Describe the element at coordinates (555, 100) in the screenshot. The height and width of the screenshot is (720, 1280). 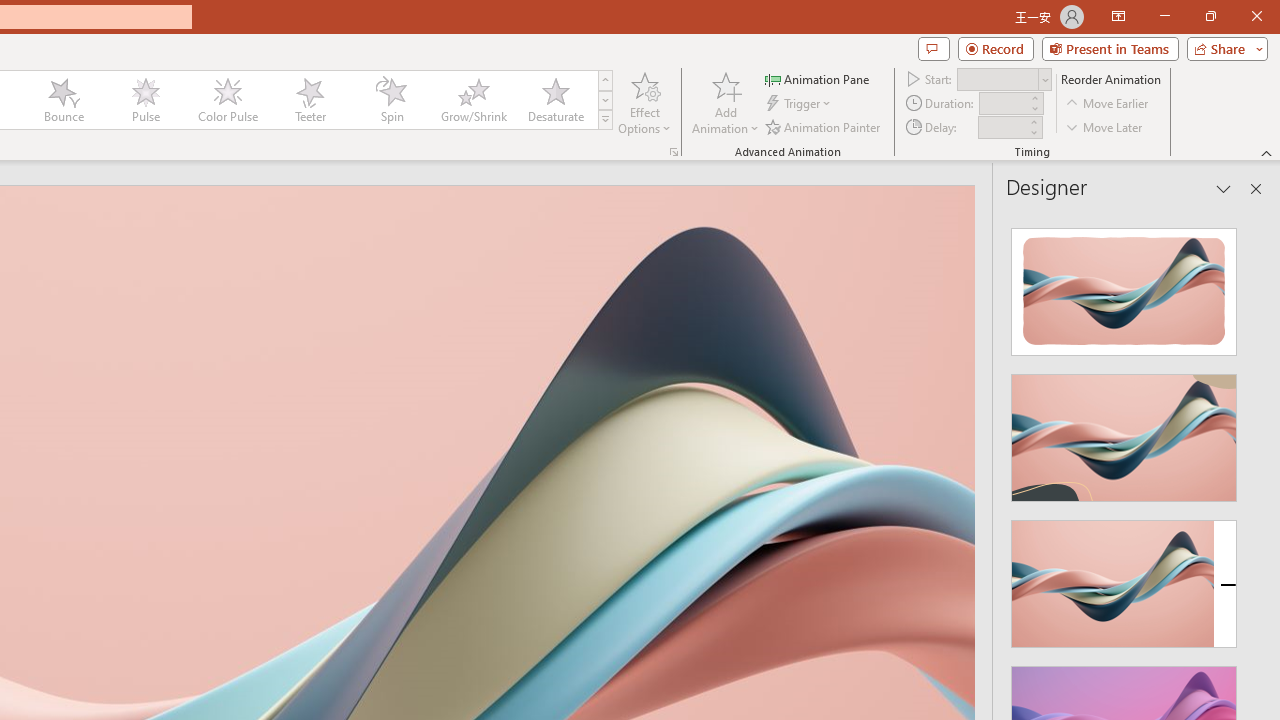
I see `'Desaturate'` at that location.